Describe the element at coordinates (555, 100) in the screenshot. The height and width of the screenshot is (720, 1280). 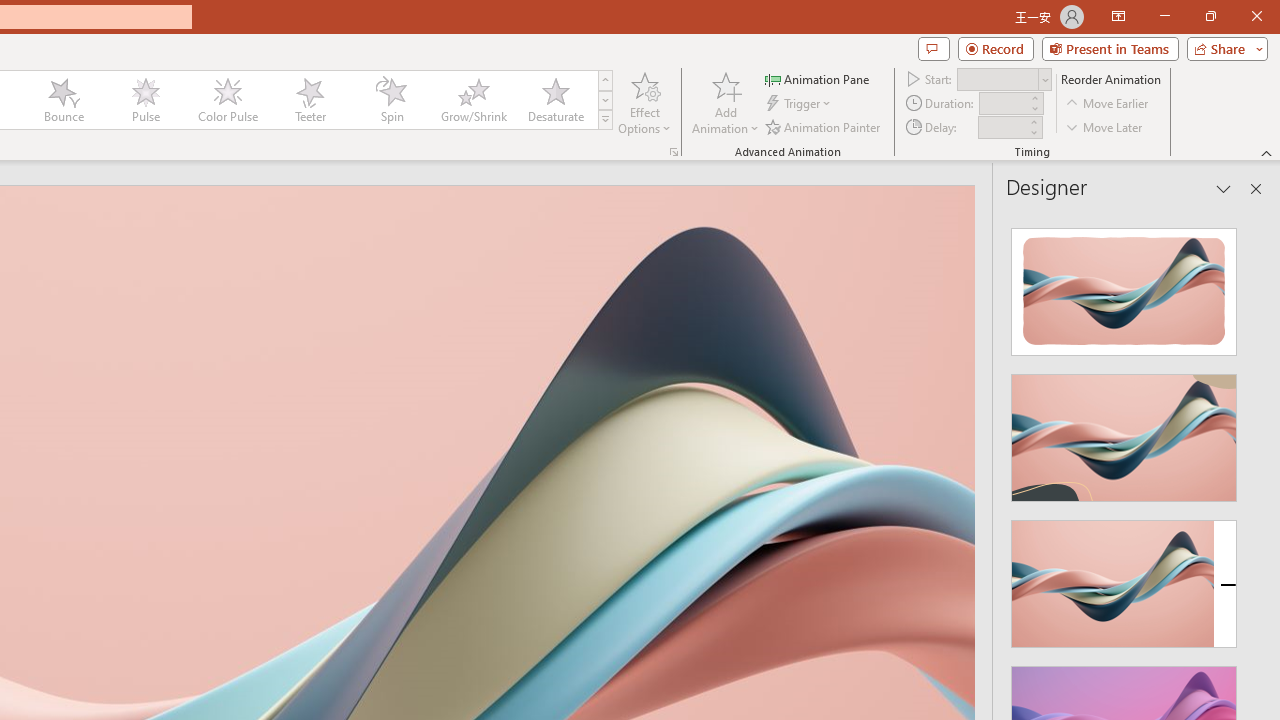
I see `'Desaturate'` at that location.